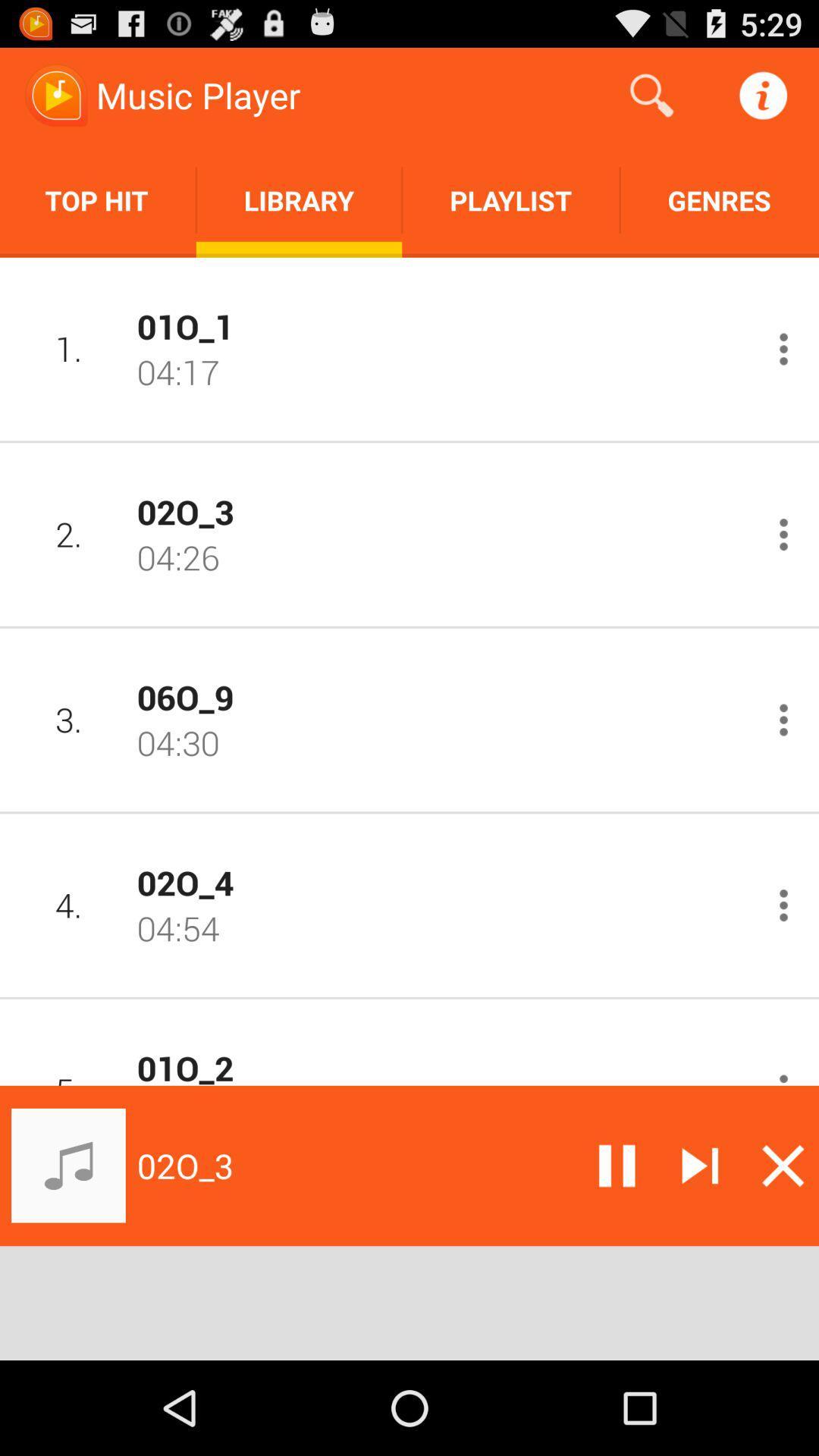  What do you see at coordinates (442, 696) in the screenshot?
I see `item below the 04:26` at bounding box center [442, 696].